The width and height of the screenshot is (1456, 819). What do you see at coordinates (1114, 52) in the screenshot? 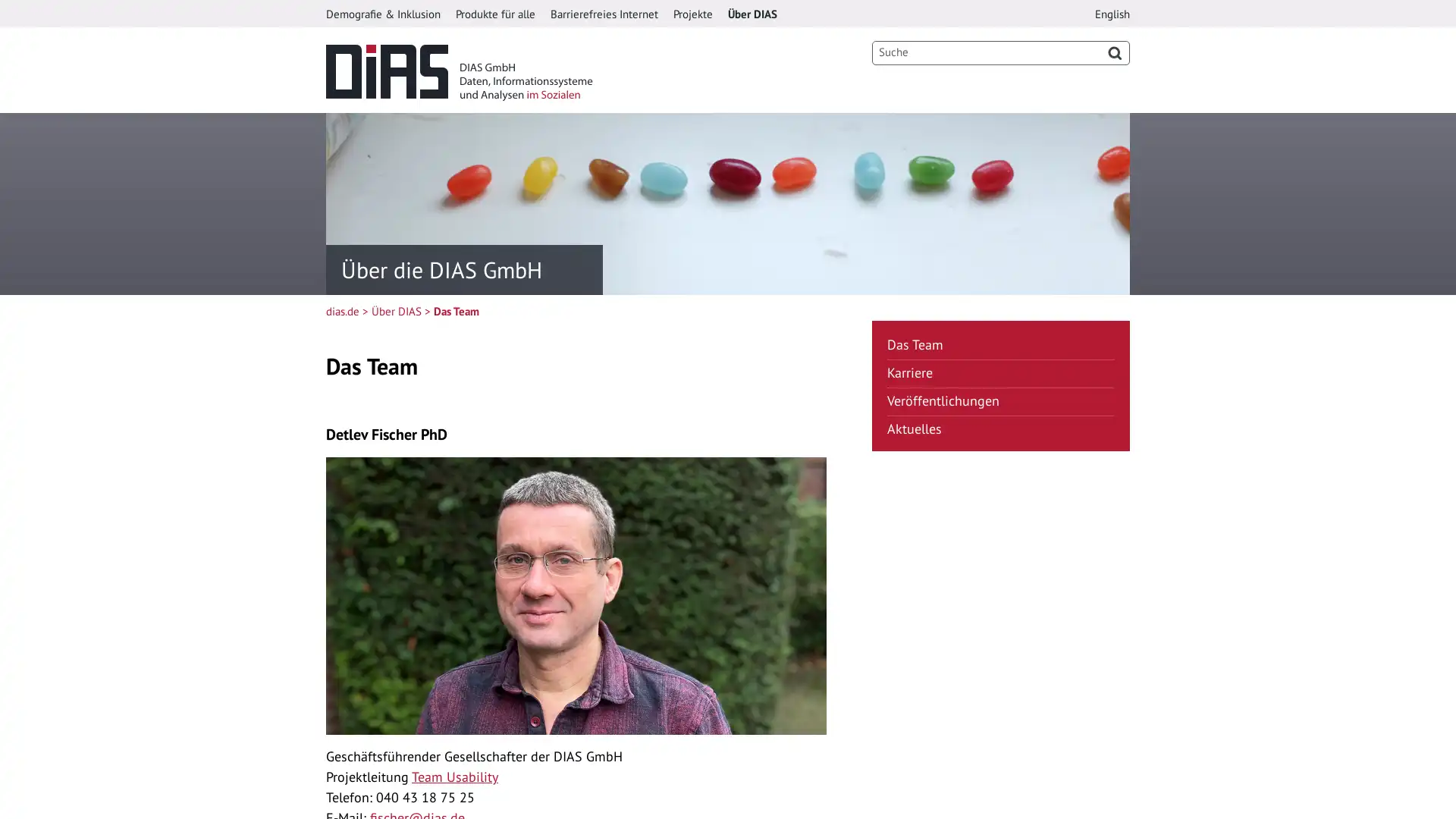
I see `Suche starten` at bounding box center [1114, 52].